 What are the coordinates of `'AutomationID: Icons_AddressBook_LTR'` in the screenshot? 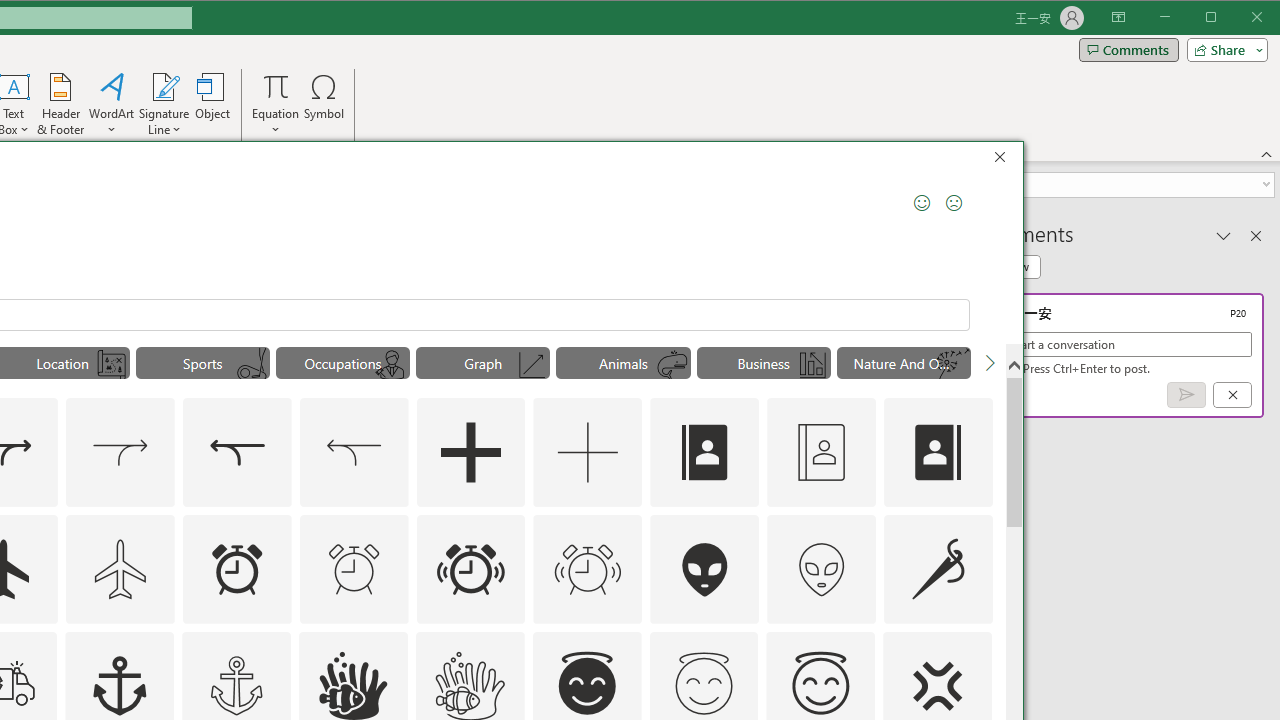 It's located at (705, 452).